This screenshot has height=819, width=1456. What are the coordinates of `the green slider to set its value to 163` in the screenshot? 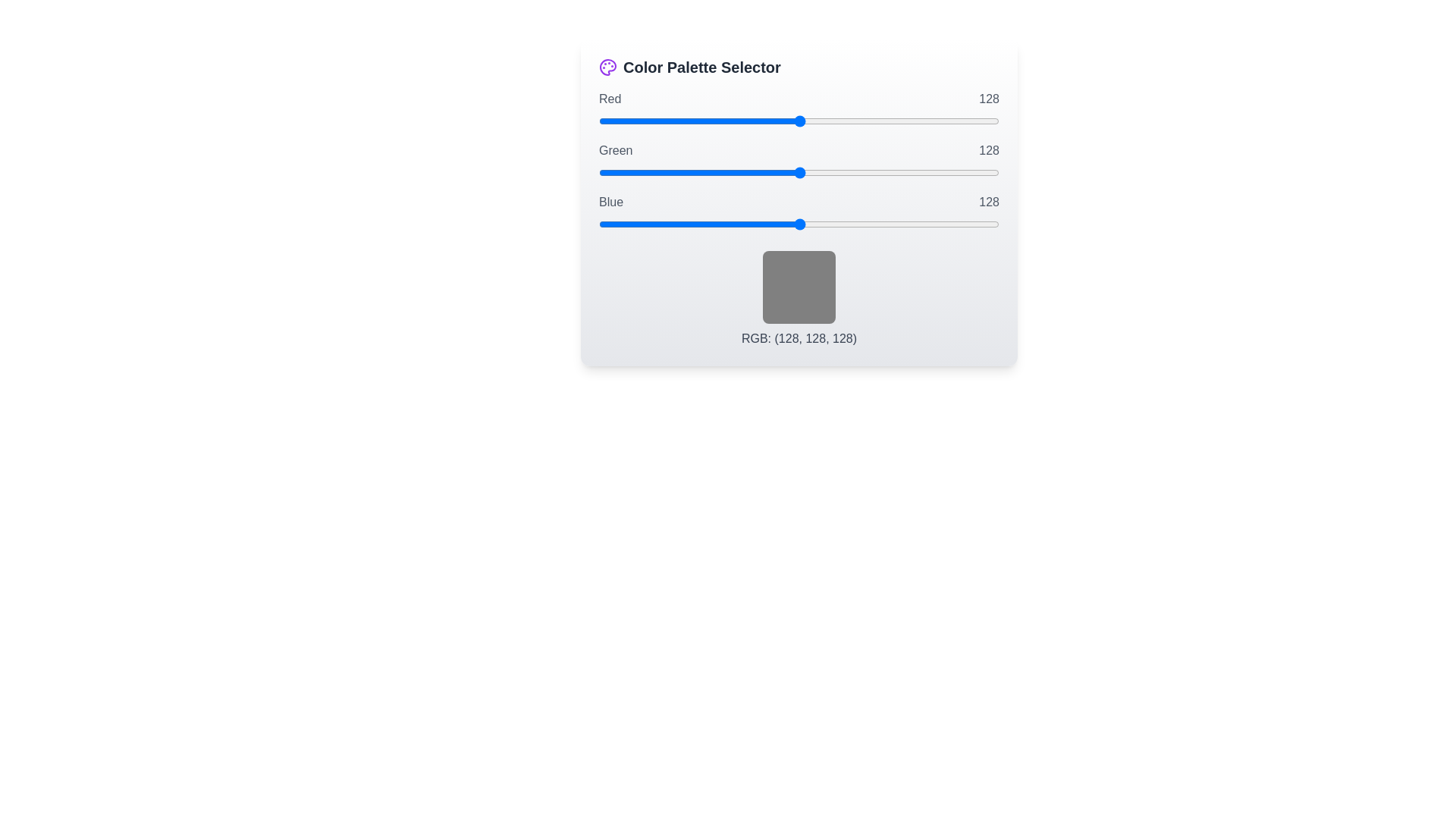 It's located at (855, 171).